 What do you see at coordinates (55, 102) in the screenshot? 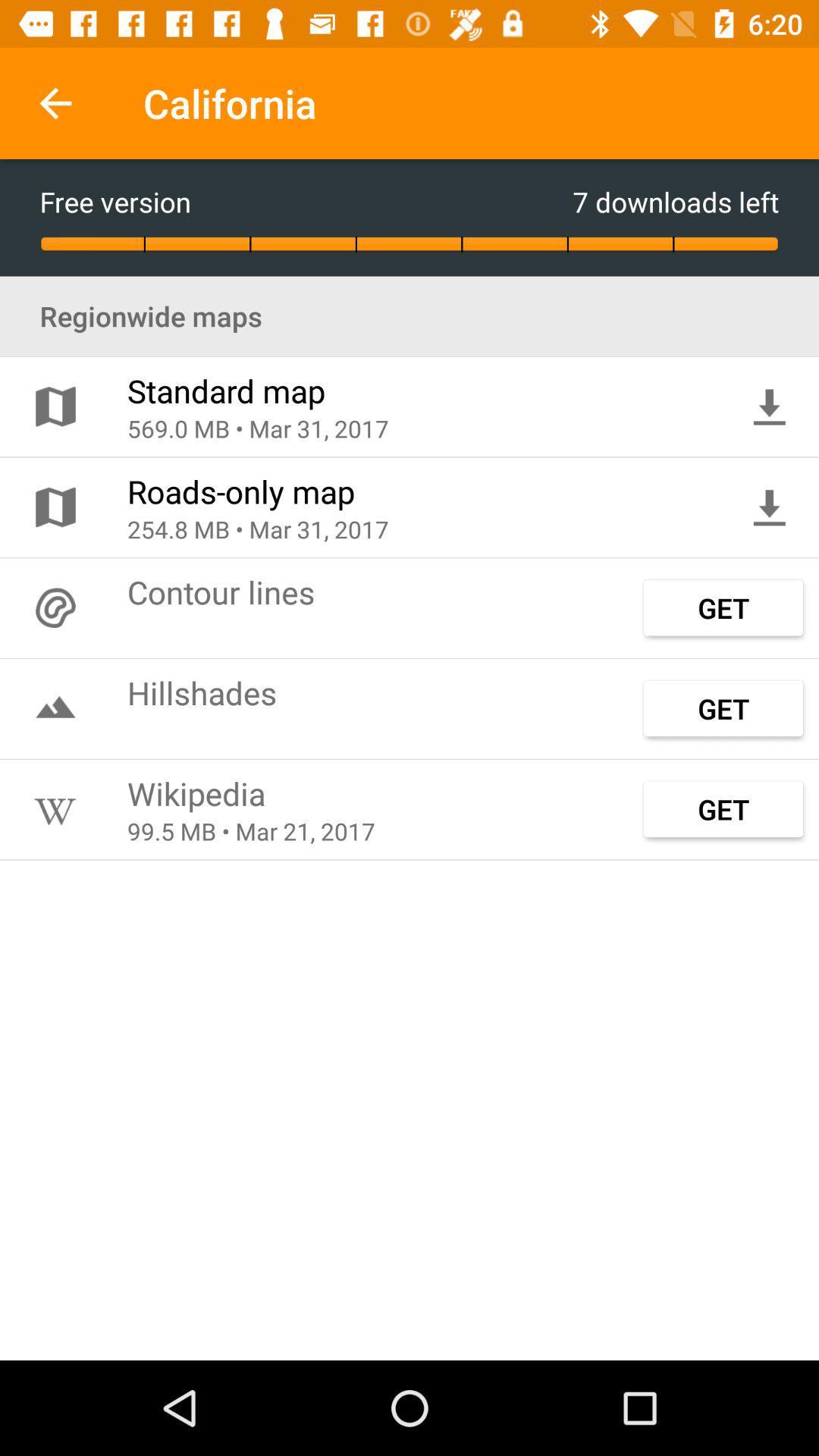
I see `app next to the california app` at bounding box center [55, 102].